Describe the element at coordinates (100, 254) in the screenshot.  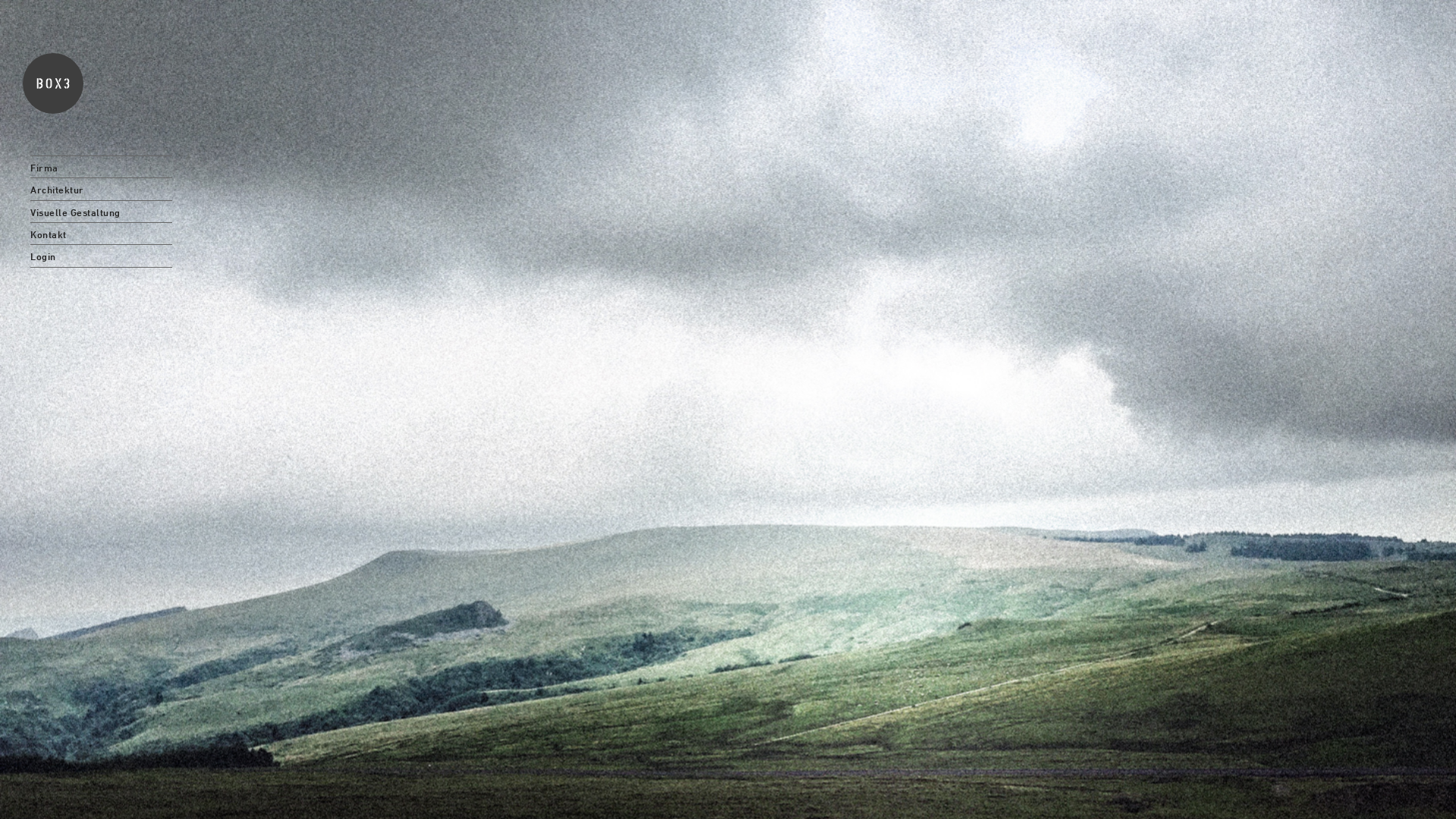
I see `'Login'` at that location.